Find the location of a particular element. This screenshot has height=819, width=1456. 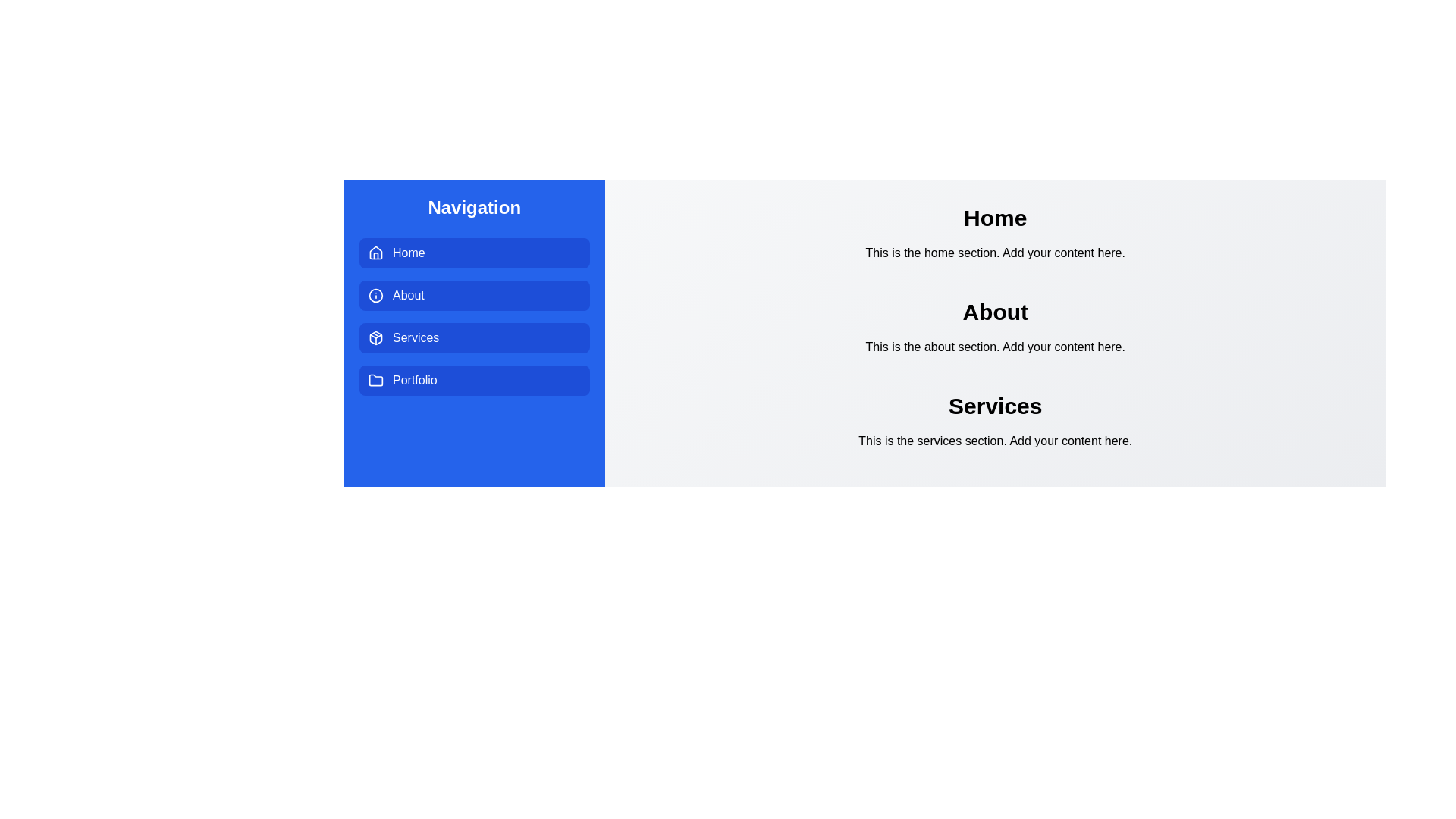

on the 'About' section text label in the vertical navigation bar located below the 'Home' item is located at coordinates (408, 295).